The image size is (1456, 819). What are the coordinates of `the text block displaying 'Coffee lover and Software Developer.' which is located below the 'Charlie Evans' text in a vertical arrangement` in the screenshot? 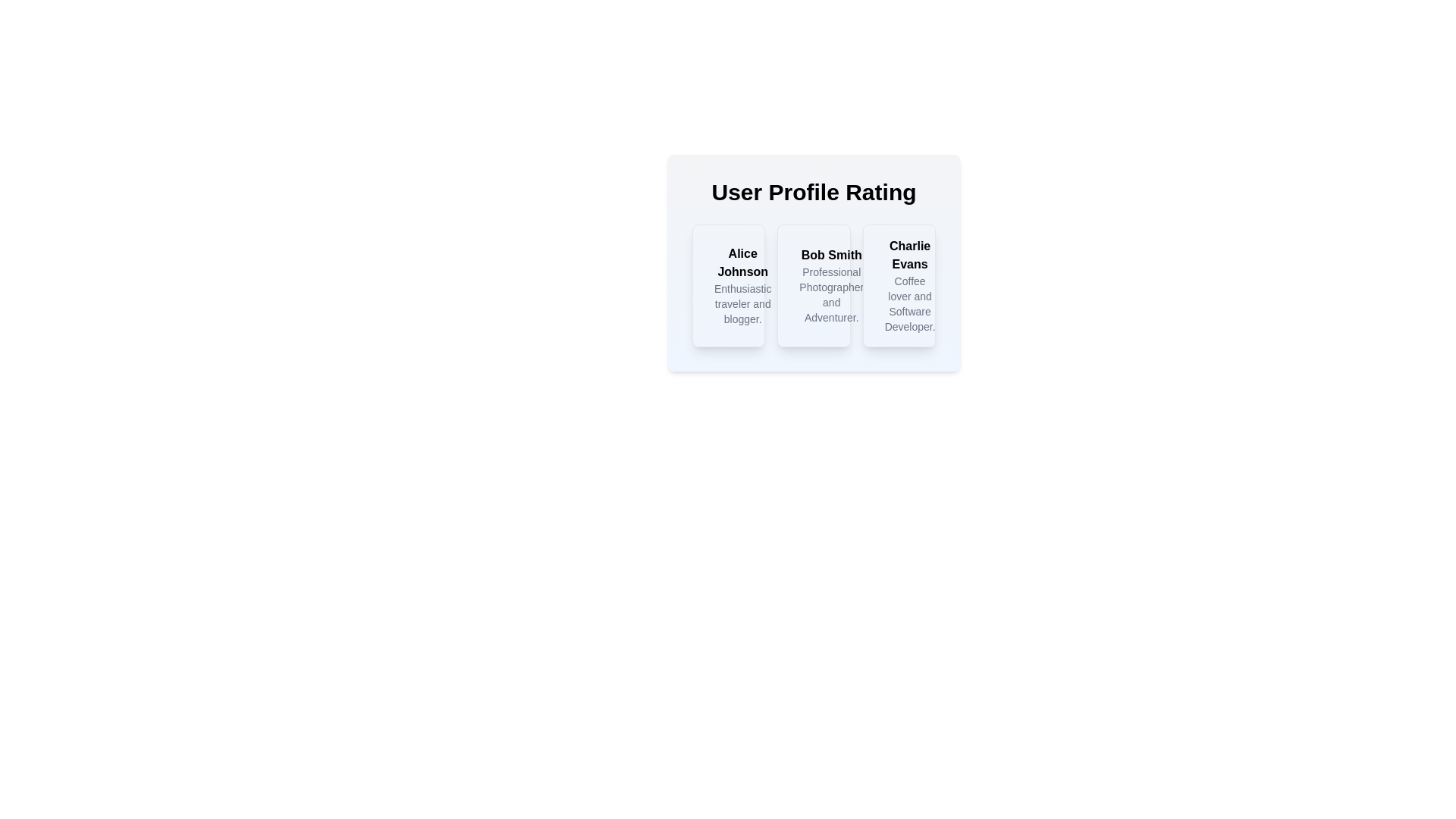 It's located at (910, 304).